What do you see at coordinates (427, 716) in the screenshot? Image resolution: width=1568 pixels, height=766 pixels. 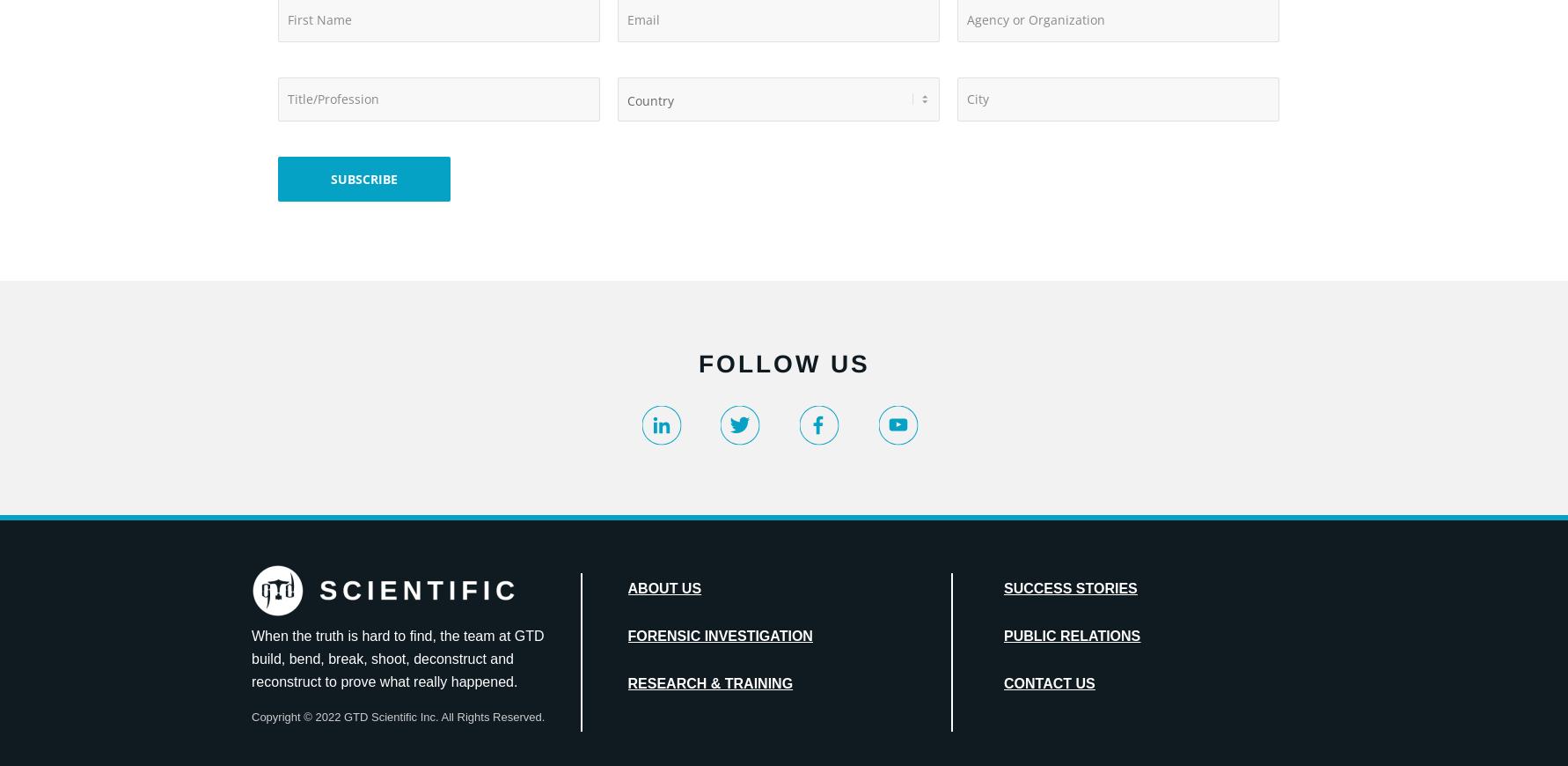 I see `'2022 GTD Scientific Inc. All Rights Reserved.'` at bounding box center [427, 716].